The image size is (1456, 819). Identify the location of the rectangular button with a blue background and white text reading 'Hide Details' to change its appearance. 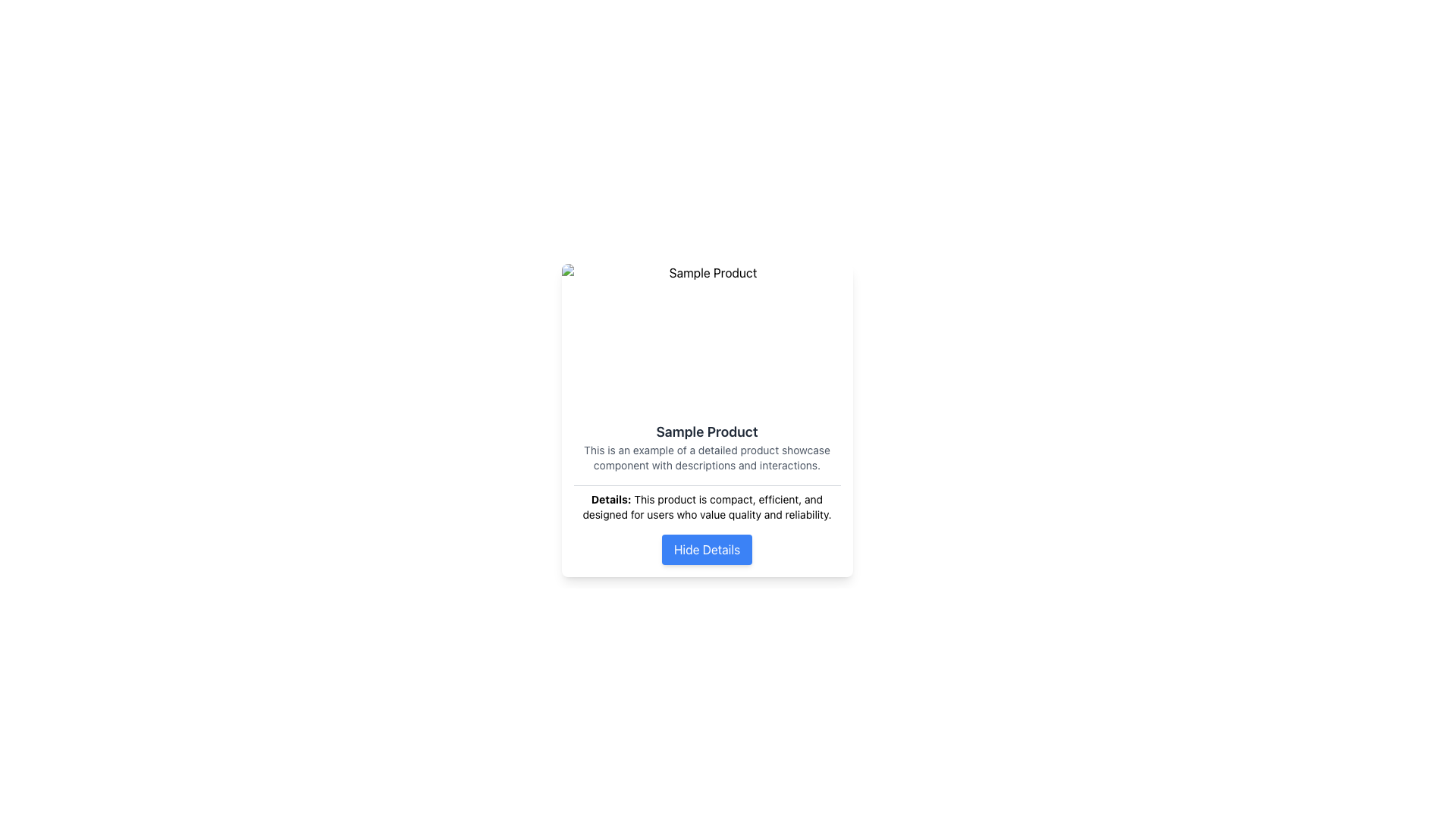
(706, 550).